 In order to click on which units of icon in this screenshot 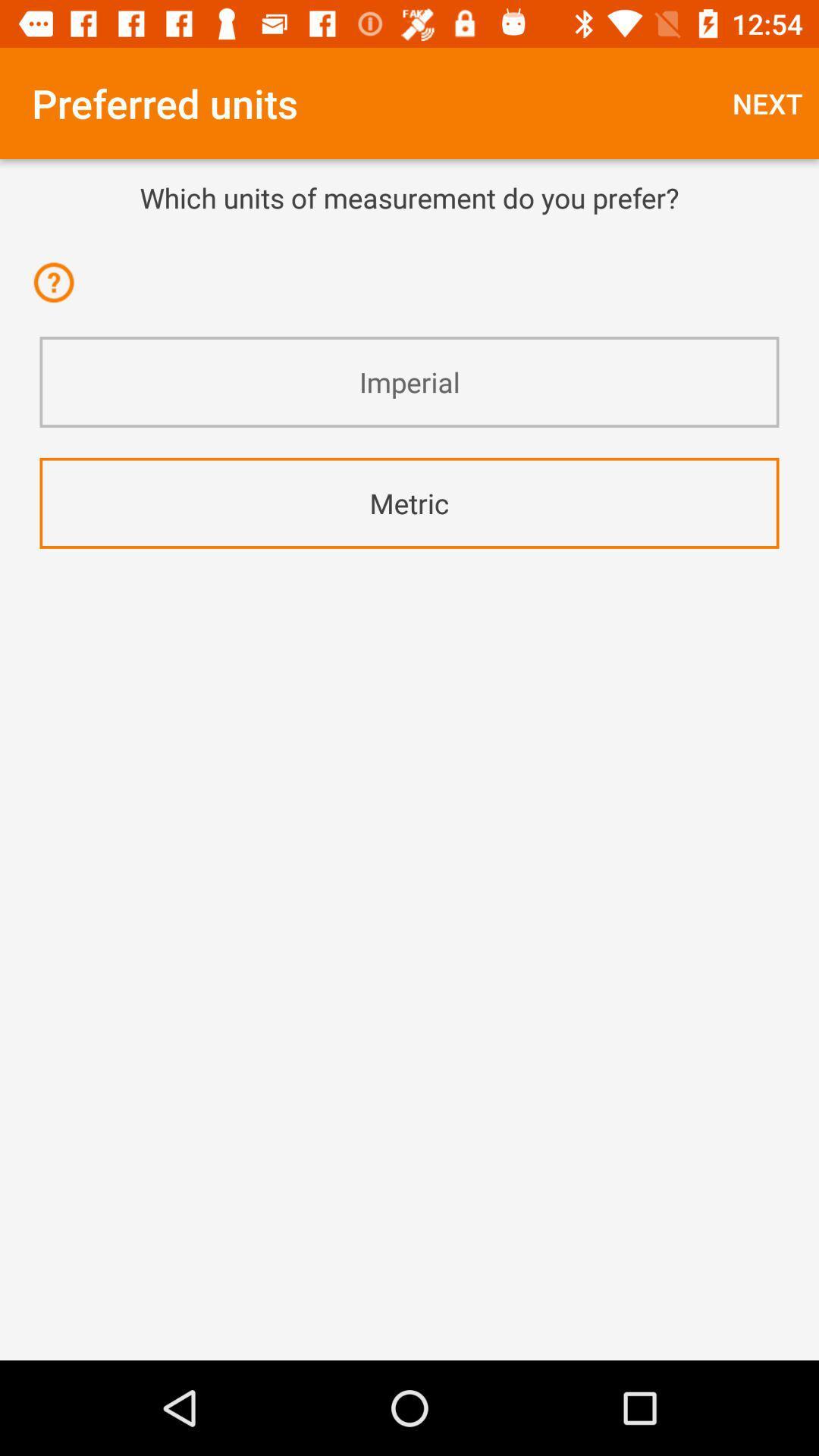, I will do `click(409, 196)`.